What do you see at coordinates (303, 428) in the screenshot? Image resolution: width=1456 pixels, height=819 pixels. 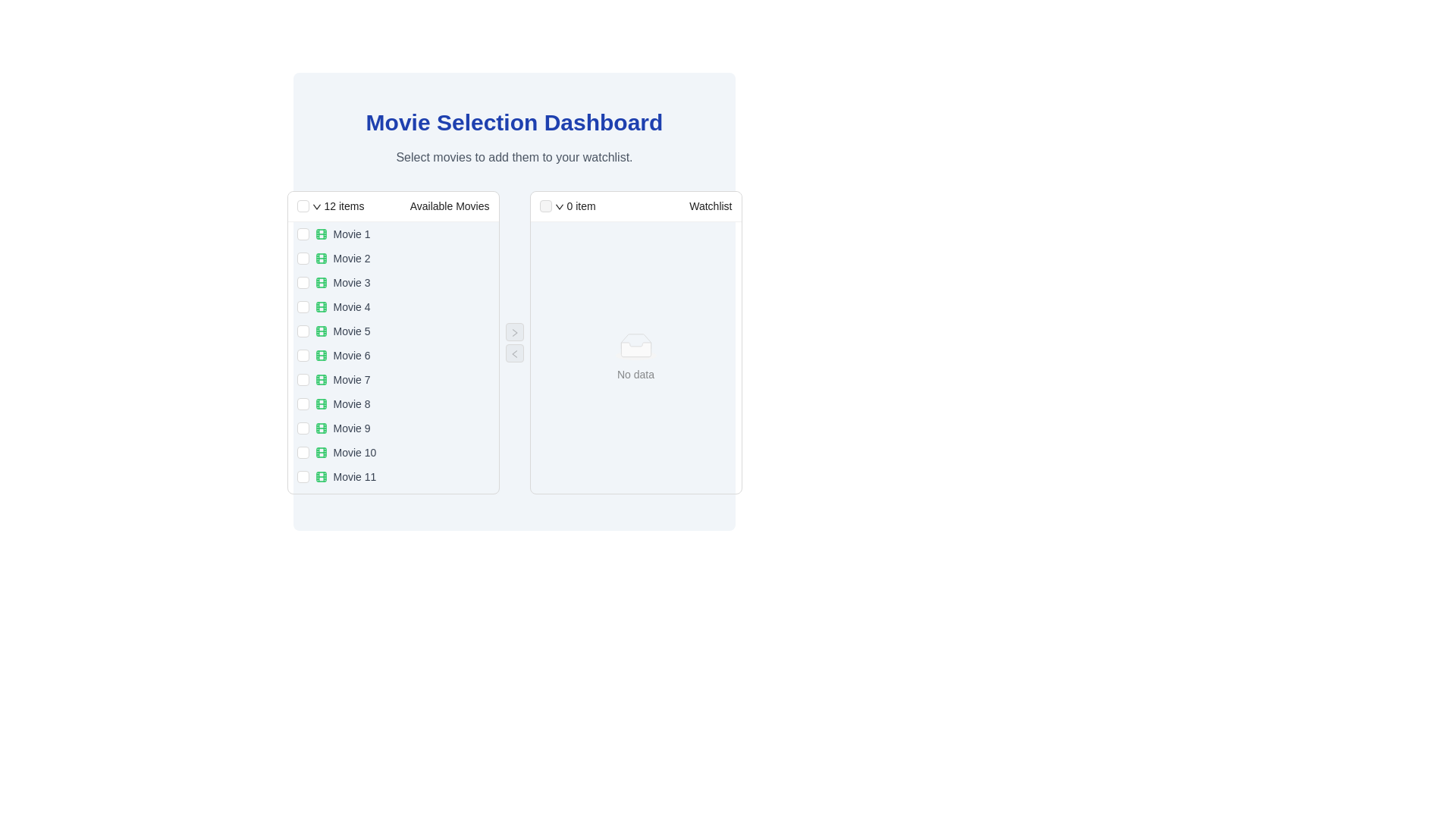 I see `the checkbox for 'Movie 9'` at bounding box center [303, 428].